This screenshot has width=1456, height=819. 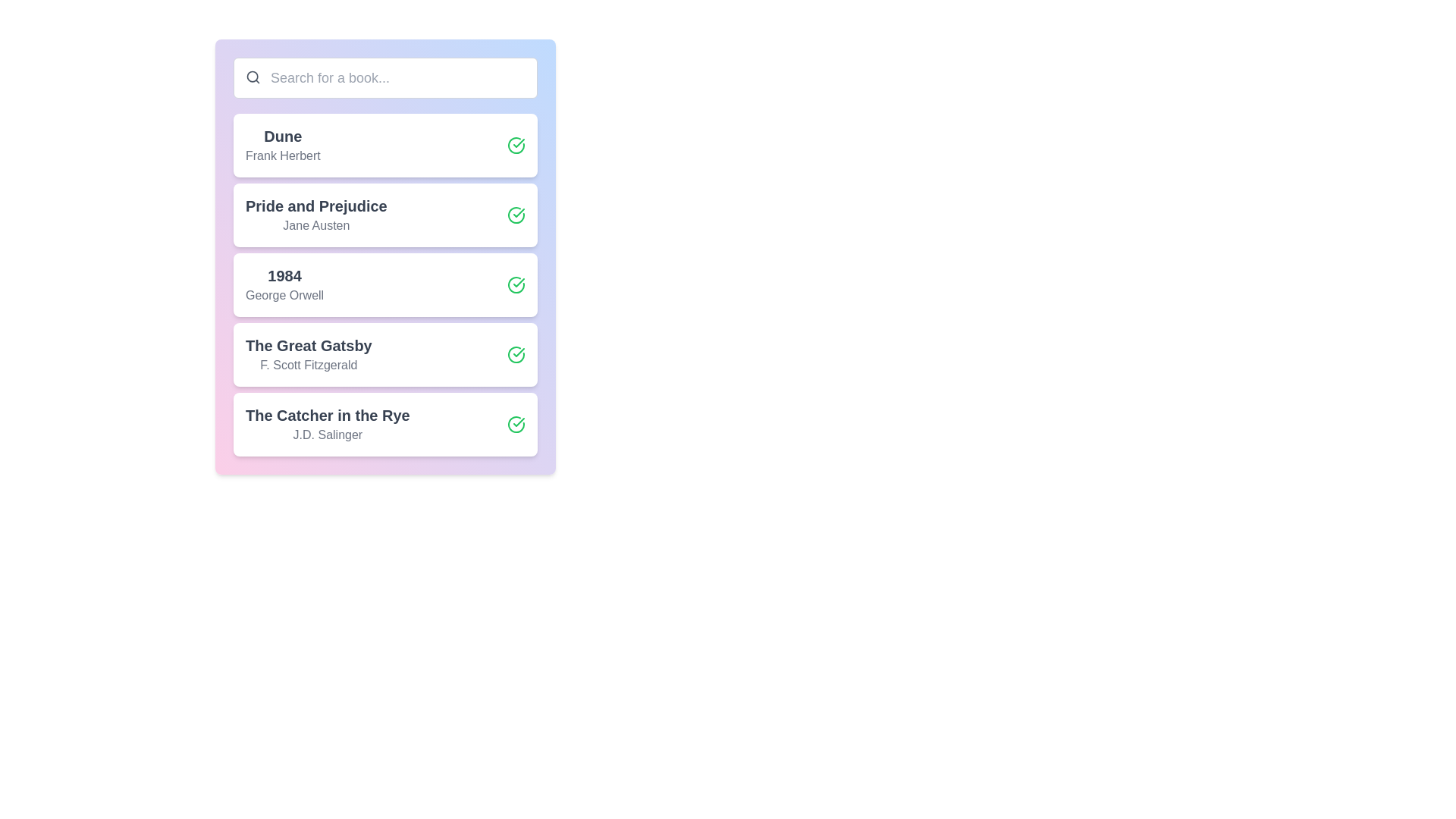 What do you see at coordinates (283, 155) in the screenshot?
I see `the text label displaying the author's name for the book 'Dune', which is located directly below the title 'Dune' in the first entry of a vertically listed set of items` at bounding box center [283, 155].